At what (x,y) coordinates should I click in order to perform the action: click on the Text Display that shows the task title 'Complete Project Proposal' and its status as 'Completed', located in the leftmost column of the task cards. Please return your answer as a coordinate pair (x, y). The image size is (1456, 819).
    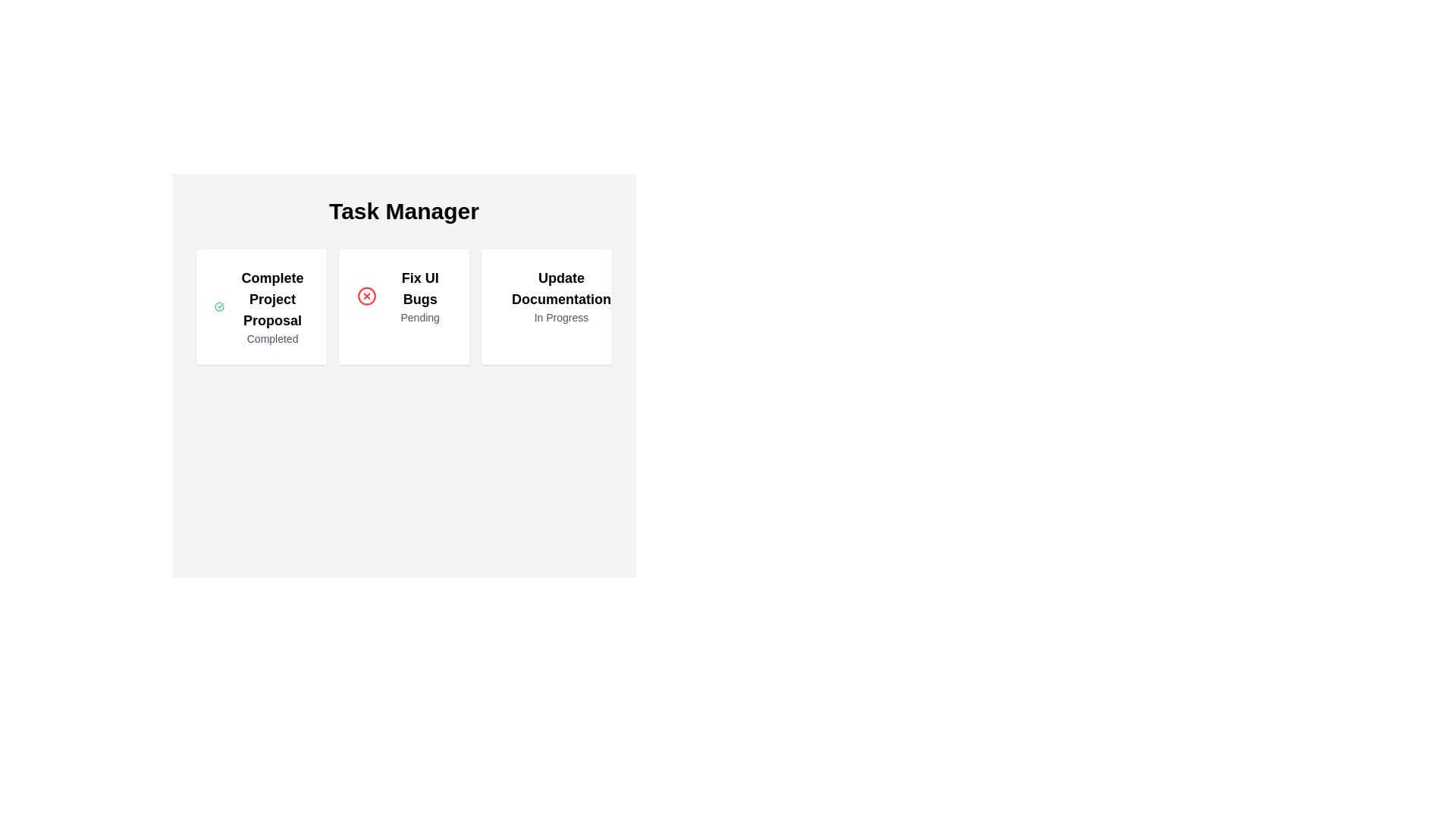
    Looking at the image, I should click on (272, 307).